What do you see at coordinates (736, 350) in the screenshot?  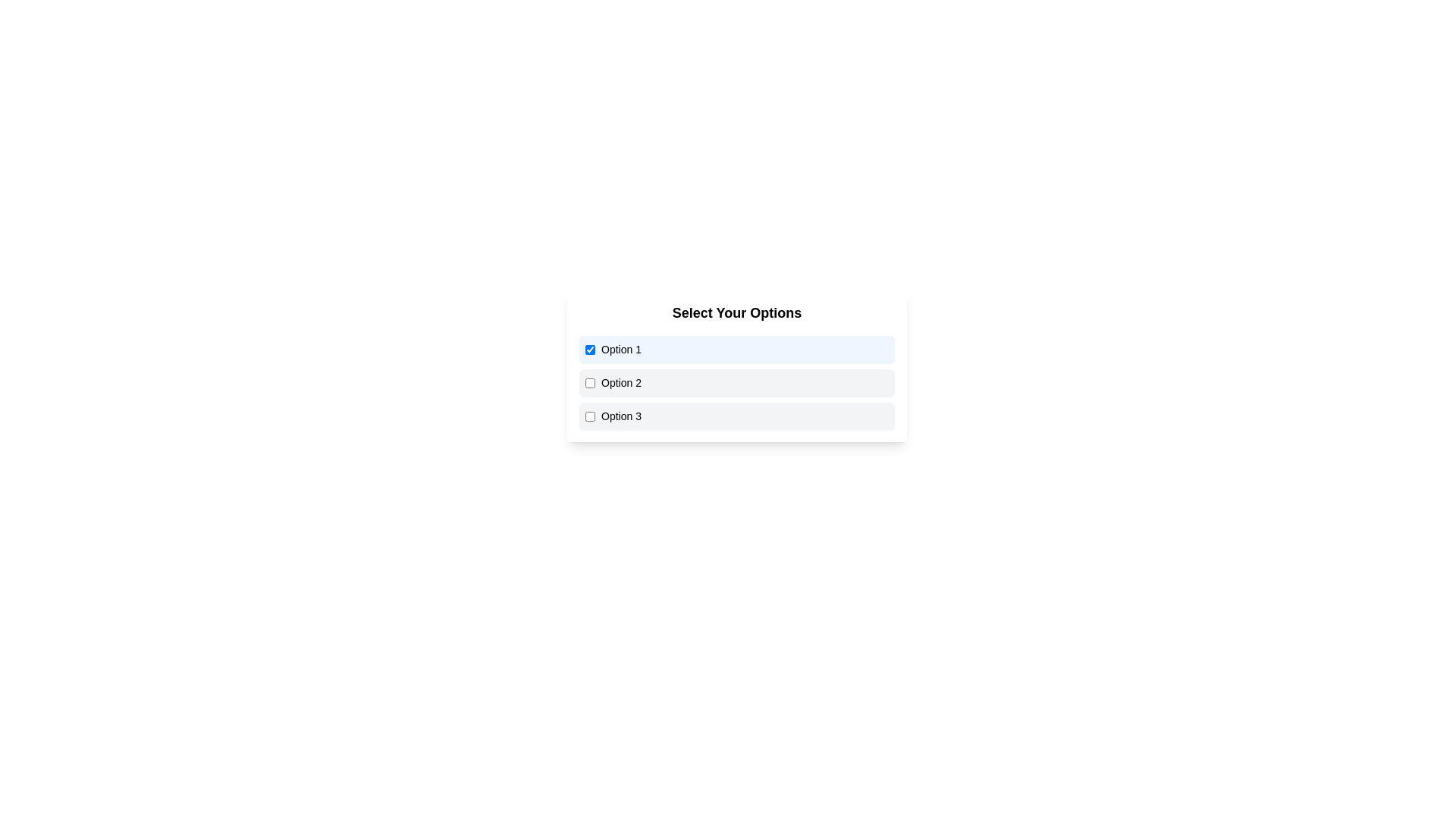 I see `the checkbox labeled 'Option 1'` at bounding box center [736, 350].